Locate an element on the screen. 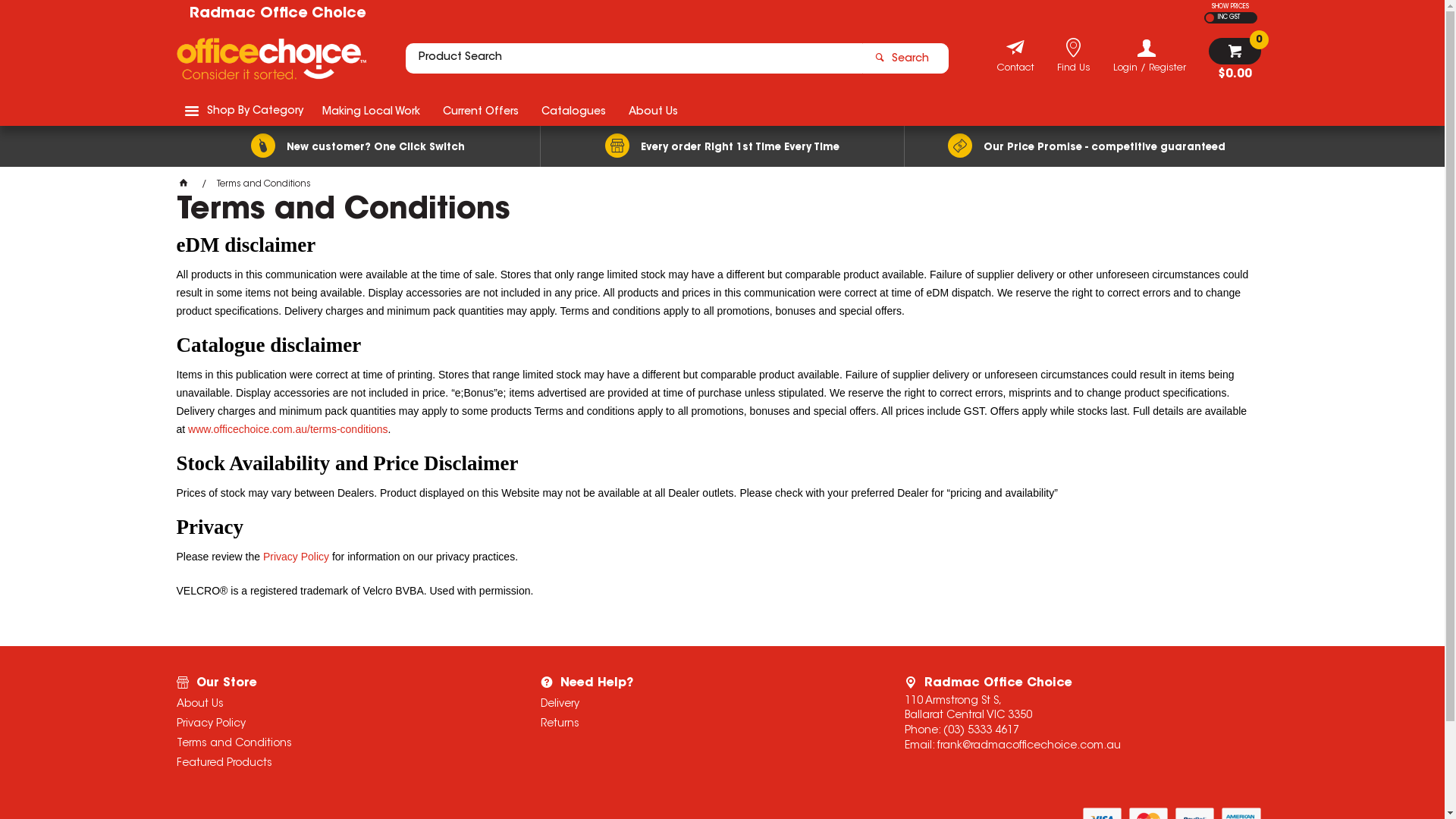  'Contact' is located at coordinates (1015, 70).